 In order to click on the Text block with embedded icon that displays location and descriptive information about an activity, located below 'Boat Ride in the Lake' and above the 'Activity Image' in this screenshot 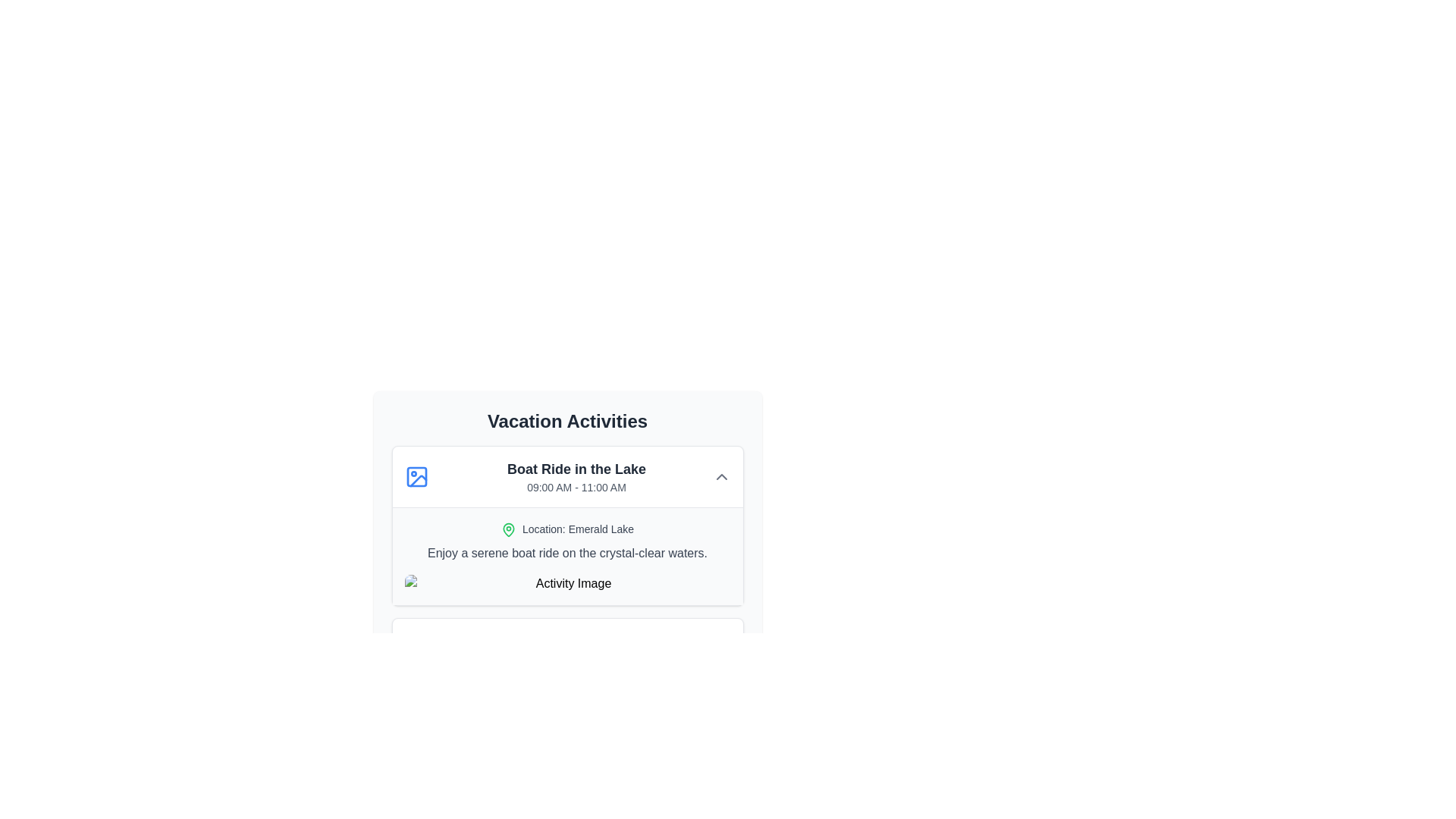, I will do `click(566, 556)`.